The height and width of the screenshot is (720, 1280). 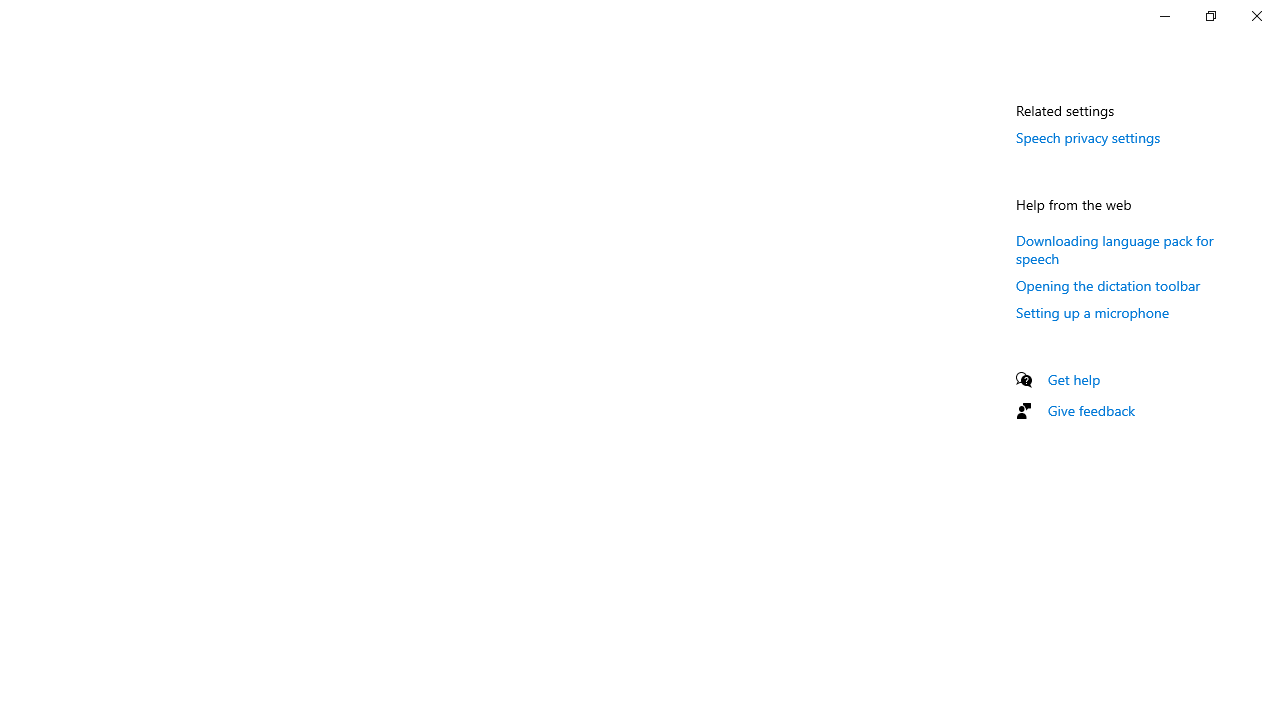 What do you see at coordinates (1209, 15) in the screenshot?
I see `'Restore Settings'` at bounding box center [1209, 15].